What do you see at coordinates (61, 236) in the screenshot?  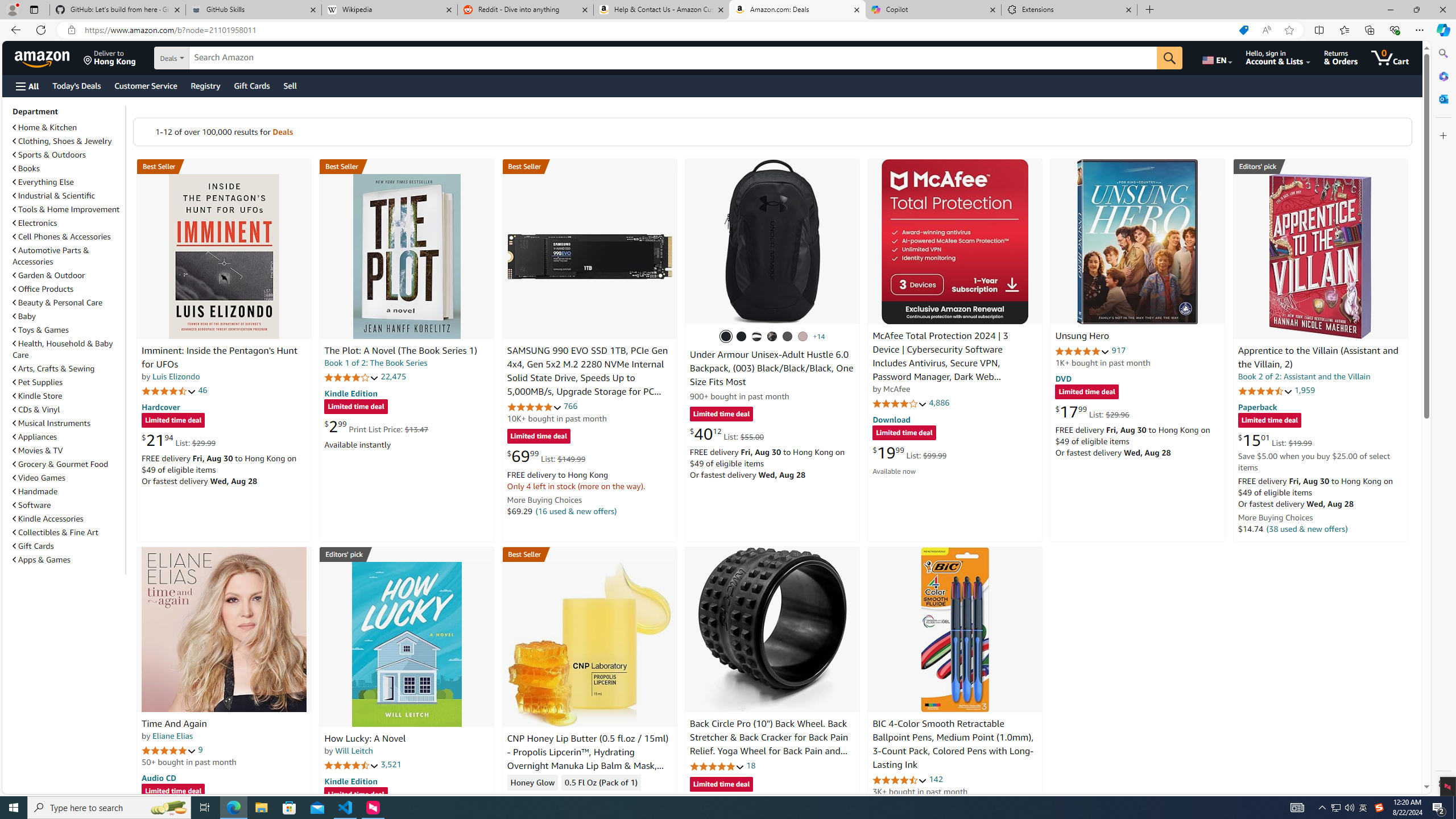 I see `'Cell Phones & Accessories'` at bounding box center [61, 236].